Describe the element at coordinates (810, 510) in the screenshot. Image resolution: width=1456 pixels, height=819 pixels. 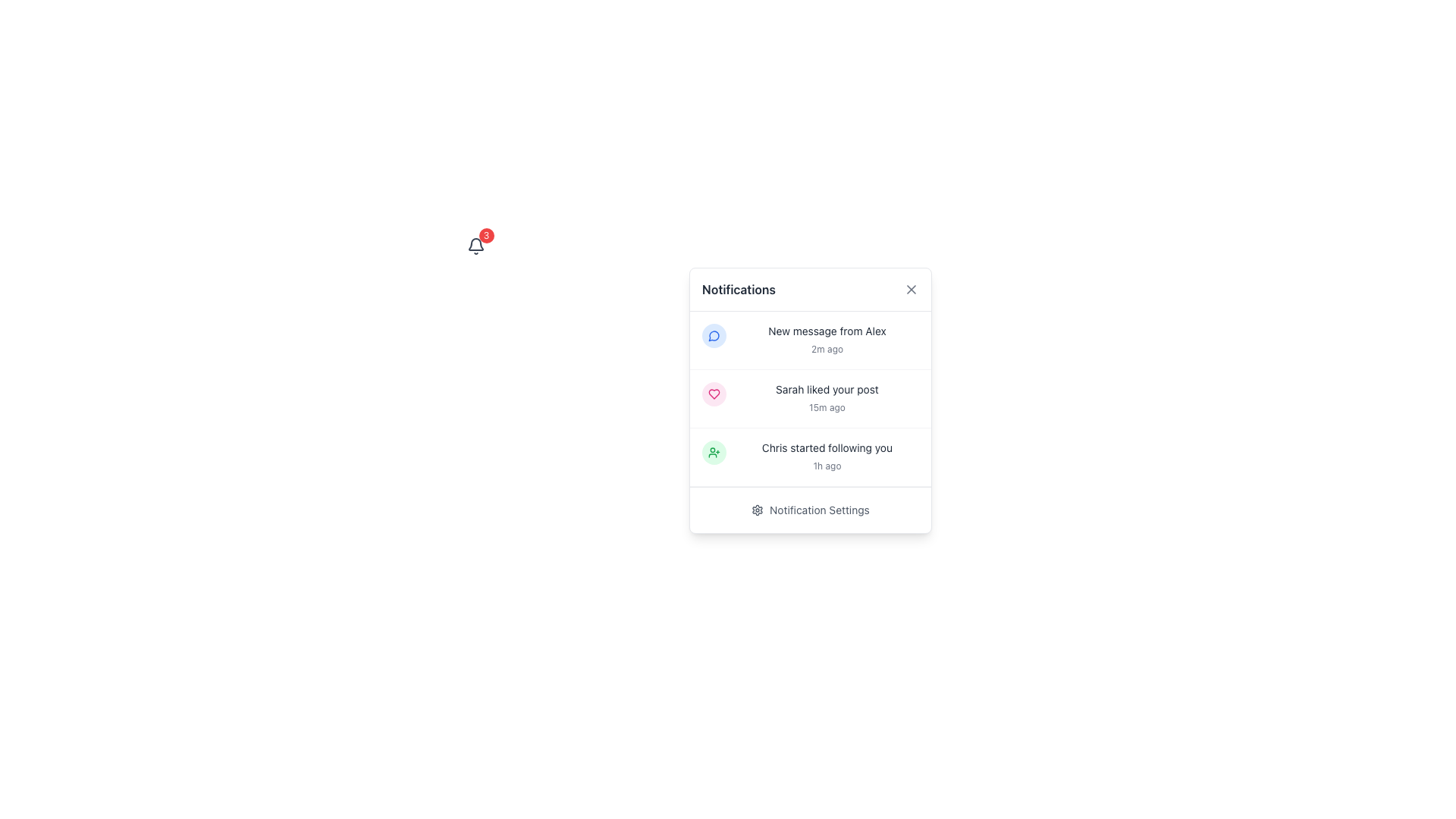
I see `the 'Notification Settings' clickable text label with an icon at the bottom of the notification panel` at that location.